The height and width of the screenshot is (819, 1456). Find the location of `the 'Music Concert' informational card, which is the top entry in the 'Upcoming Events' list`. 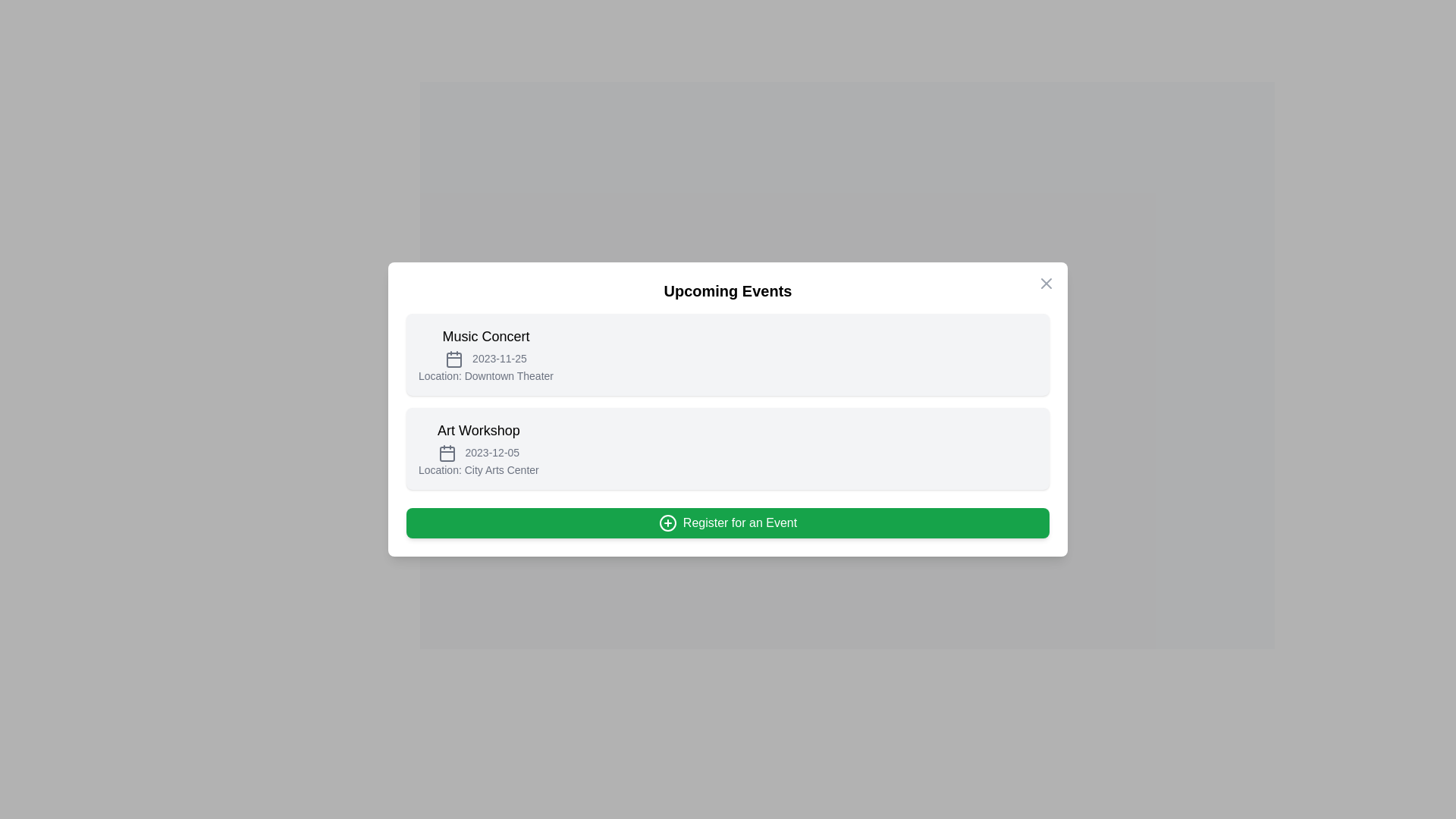

the 'Music Concert' informational card, which is the top entry in the 'Upcoming Events' list is located at coordinates (728, 354).